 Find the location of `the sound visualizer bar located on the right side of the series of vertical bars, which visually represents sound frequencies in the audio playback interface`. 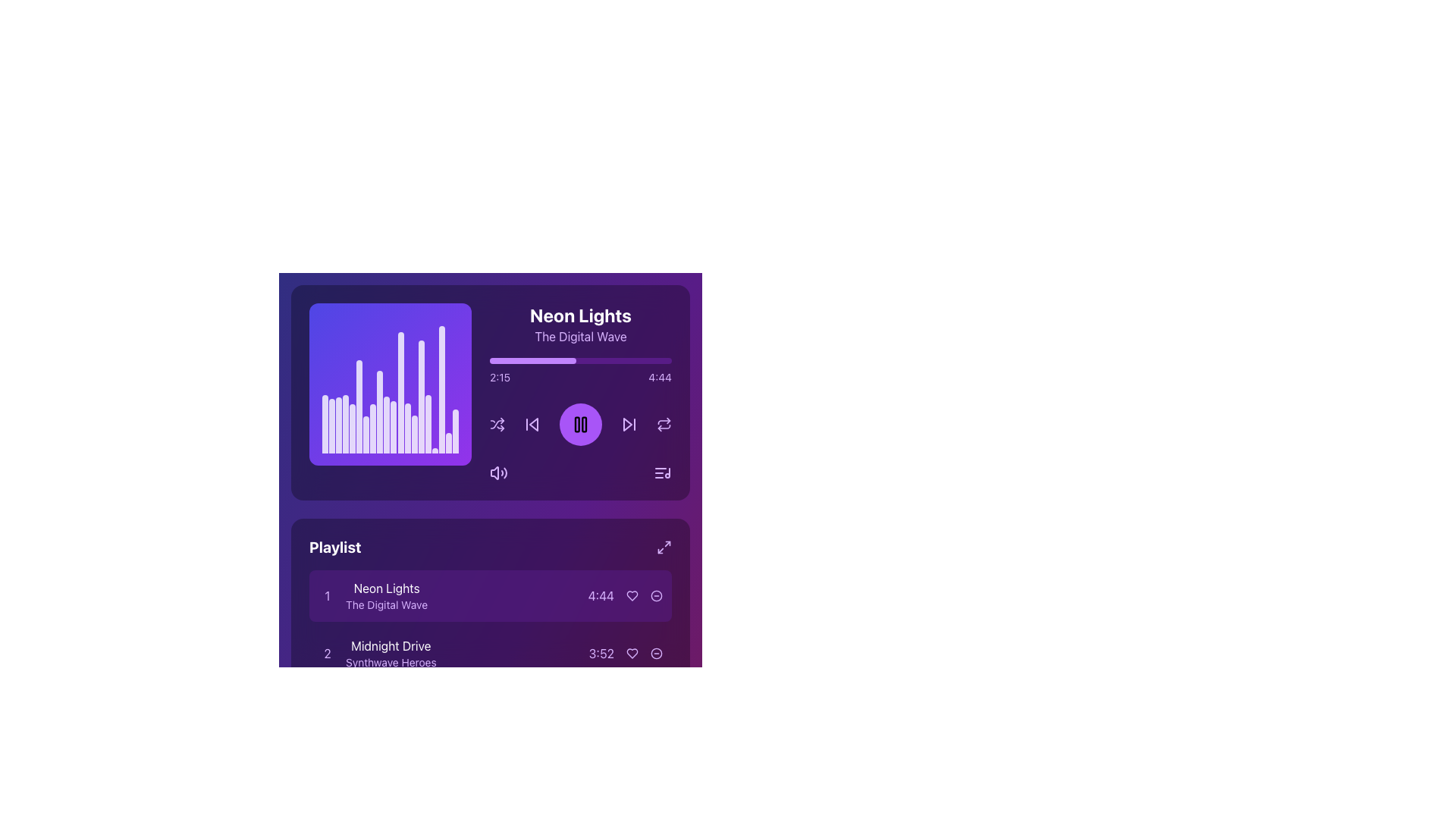

the sound visualizer bar located on the right side of the series of vertical bars, which visually represents sound frequencies in the audio playback interface is located at coordinates (441, 389).